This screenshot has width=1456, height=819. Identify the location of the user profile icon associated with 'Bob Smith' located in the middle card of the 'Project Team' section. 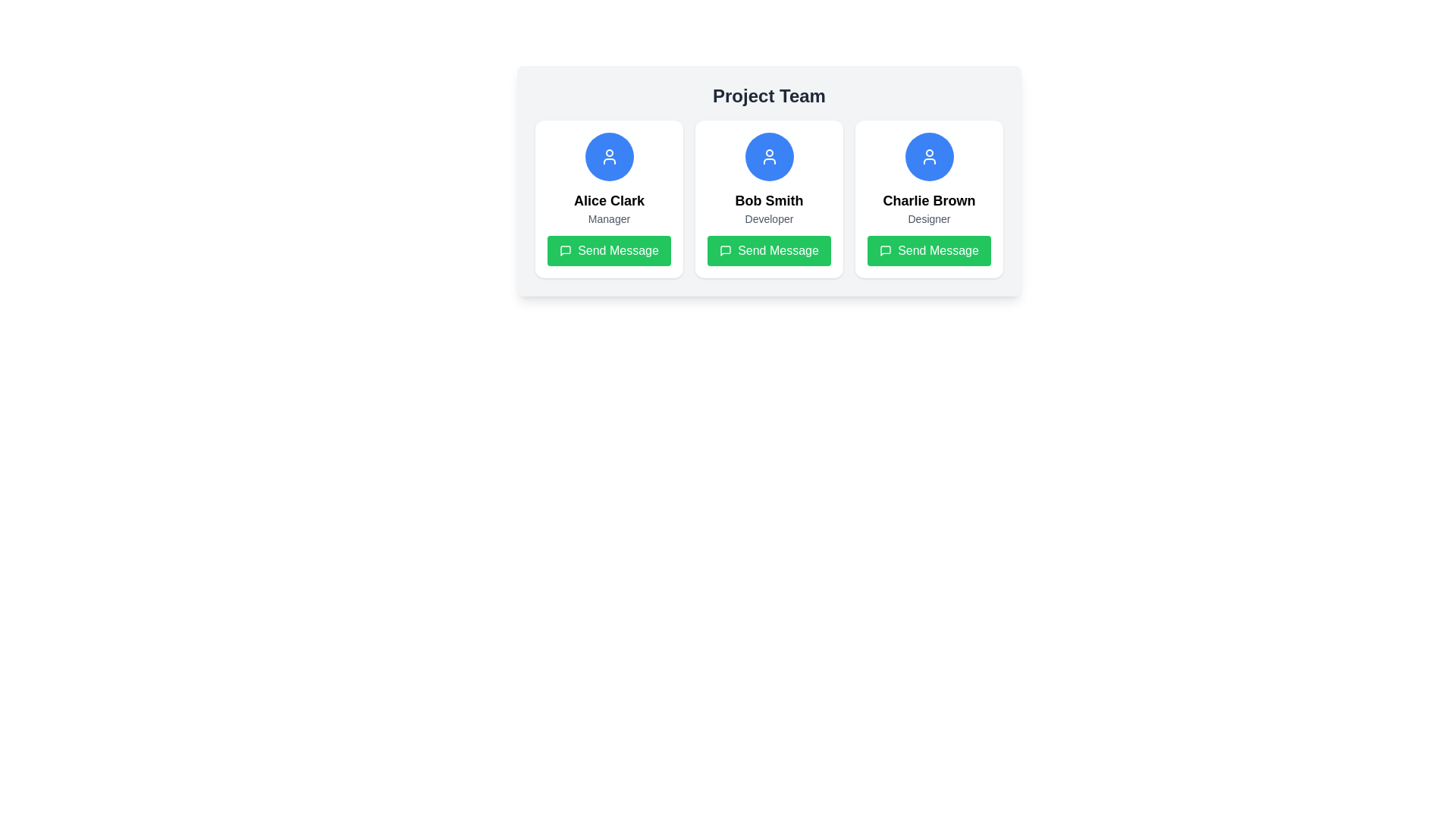
(769, 157).